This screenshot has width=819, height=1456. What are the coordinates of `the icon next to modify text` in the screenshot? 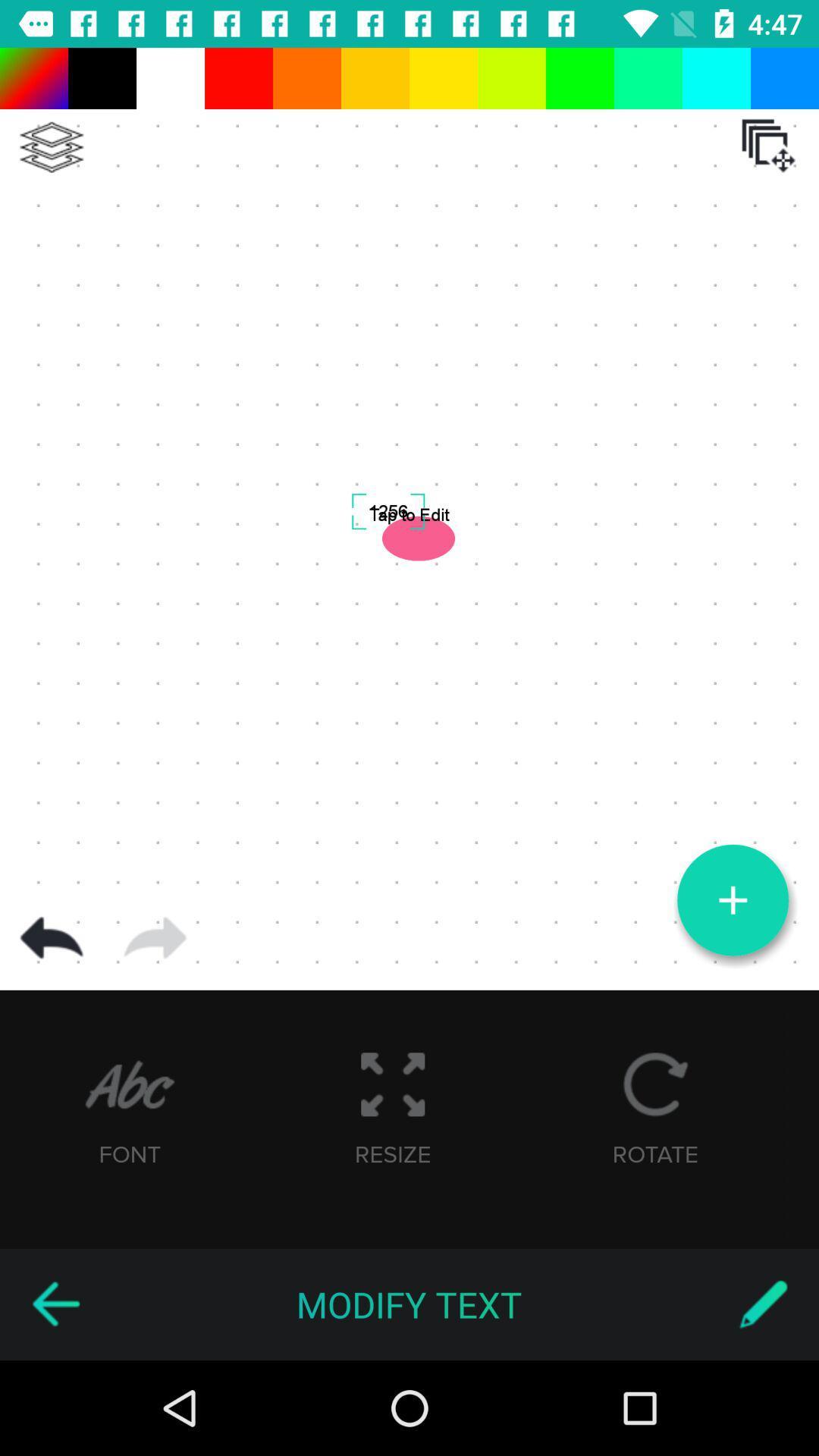 It's located at (763, 1304).